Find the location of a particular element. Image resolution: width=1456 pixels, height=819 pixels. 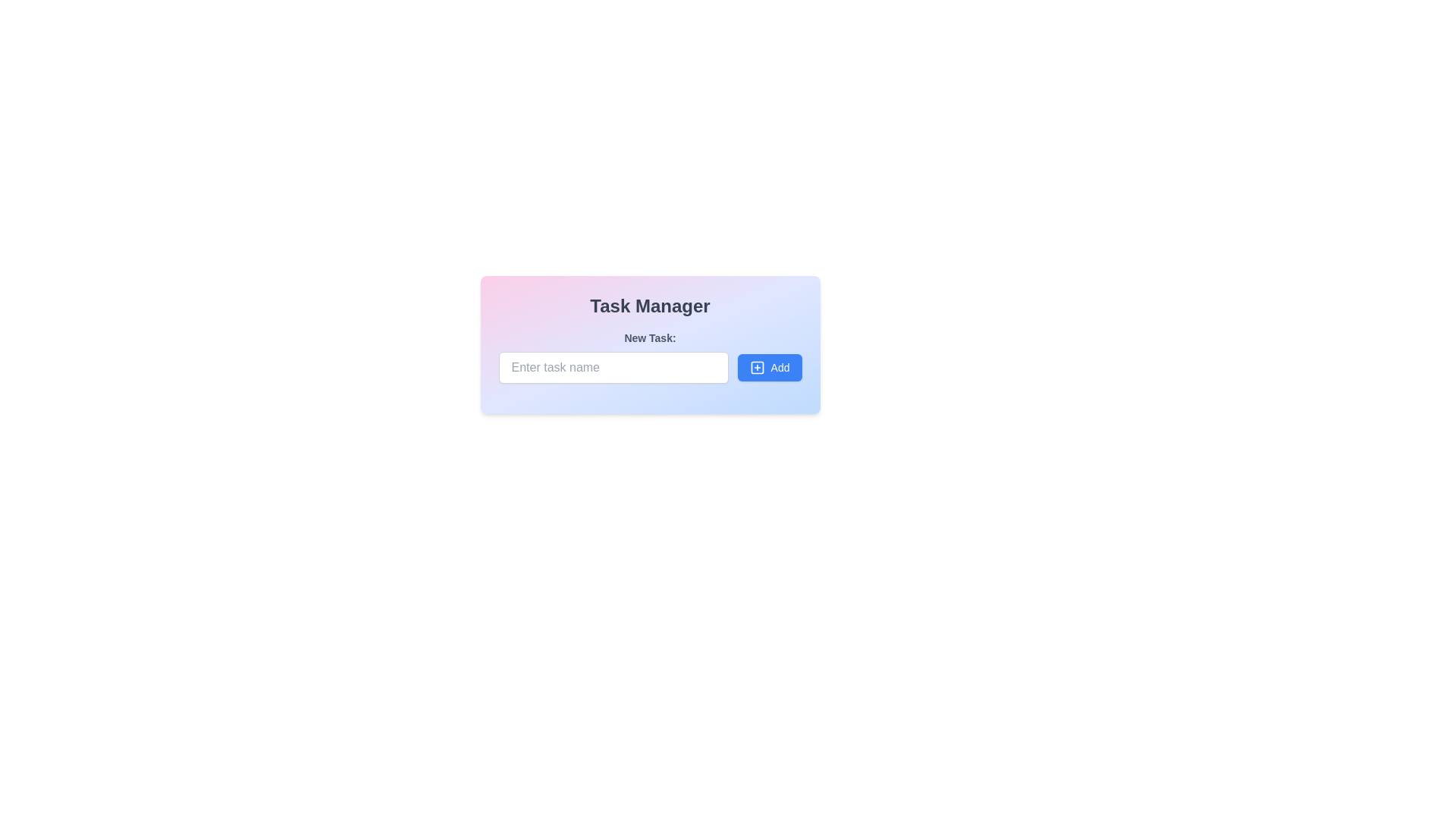

the '+' icon within the 'Add' button is located at coordinates (757, 368).